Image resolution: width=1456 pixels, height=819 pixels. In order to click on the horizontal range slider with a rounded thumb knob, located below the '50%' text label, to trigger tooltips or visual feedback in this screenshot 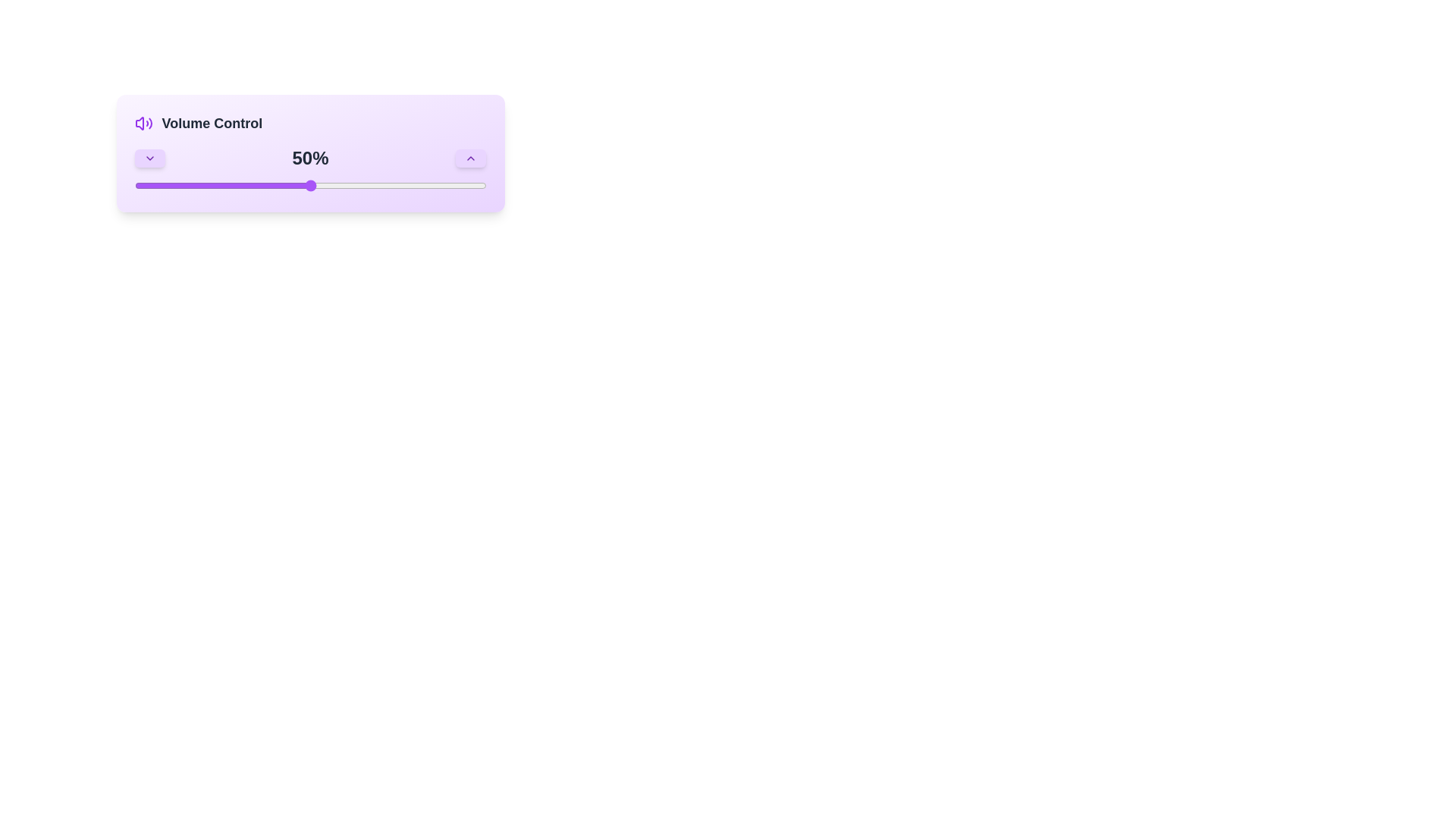, I will do `click(309, 185)`.